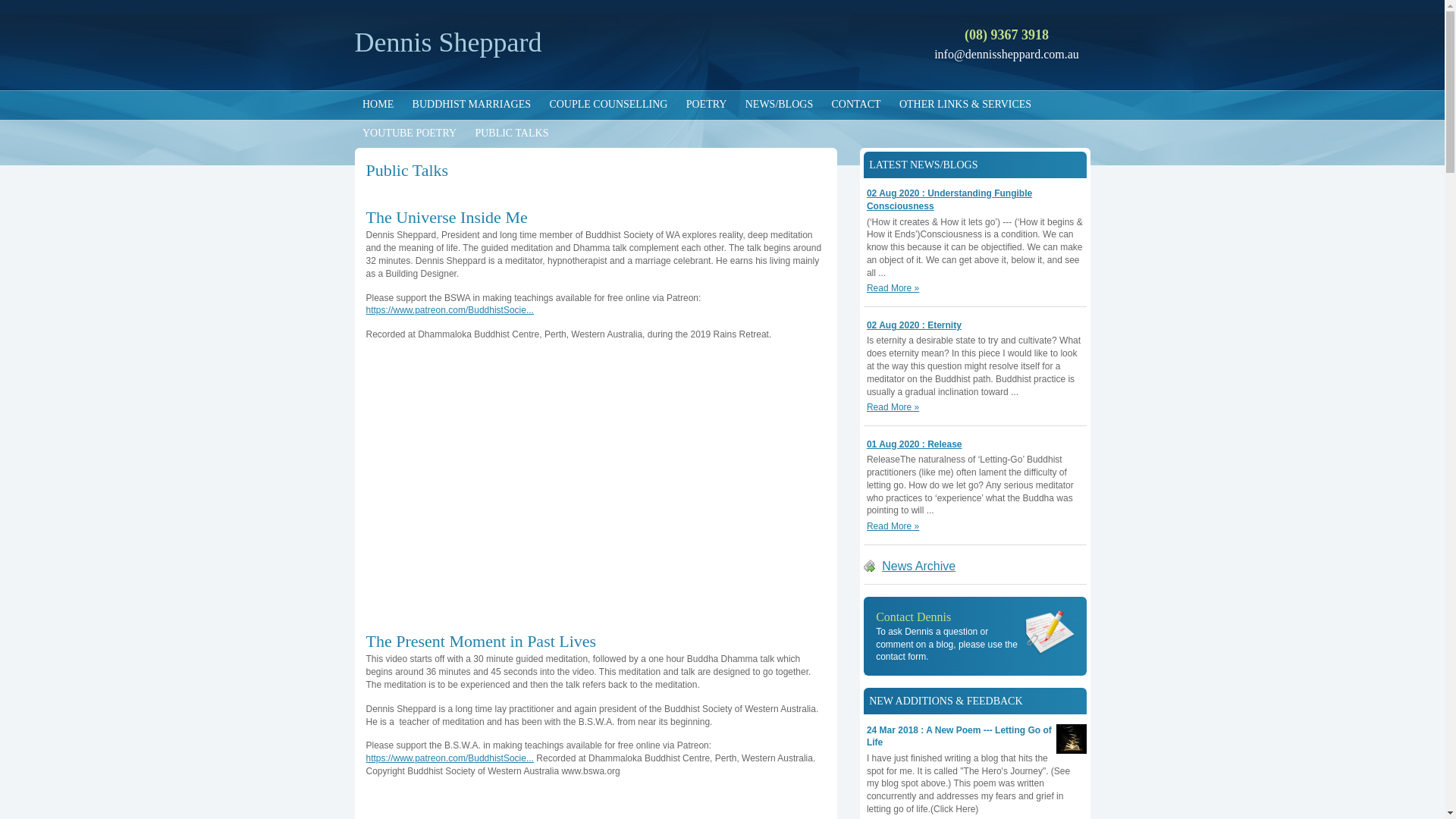 This screenshot has width=1456, height=819. I want to click on 'info@dennissheppard.com.au', so click(1006, 53).